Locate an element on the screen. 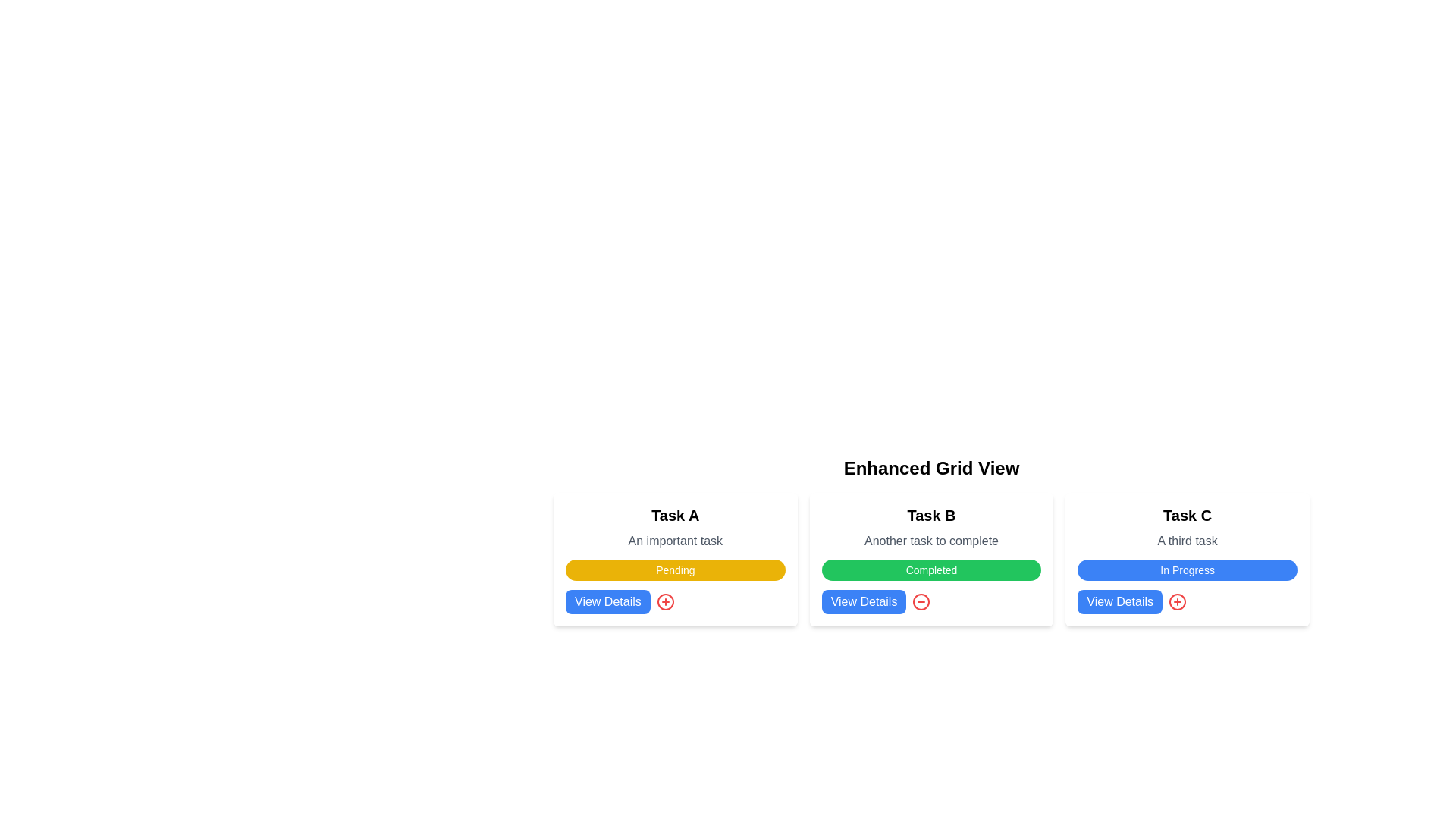 This screenshot has height=819, width=1456. the pill-shaped Status Indicator Label displaying 'In Progress' with a blue background, located within the card labeled 'Task C' is located at coordinates (1187, 570).